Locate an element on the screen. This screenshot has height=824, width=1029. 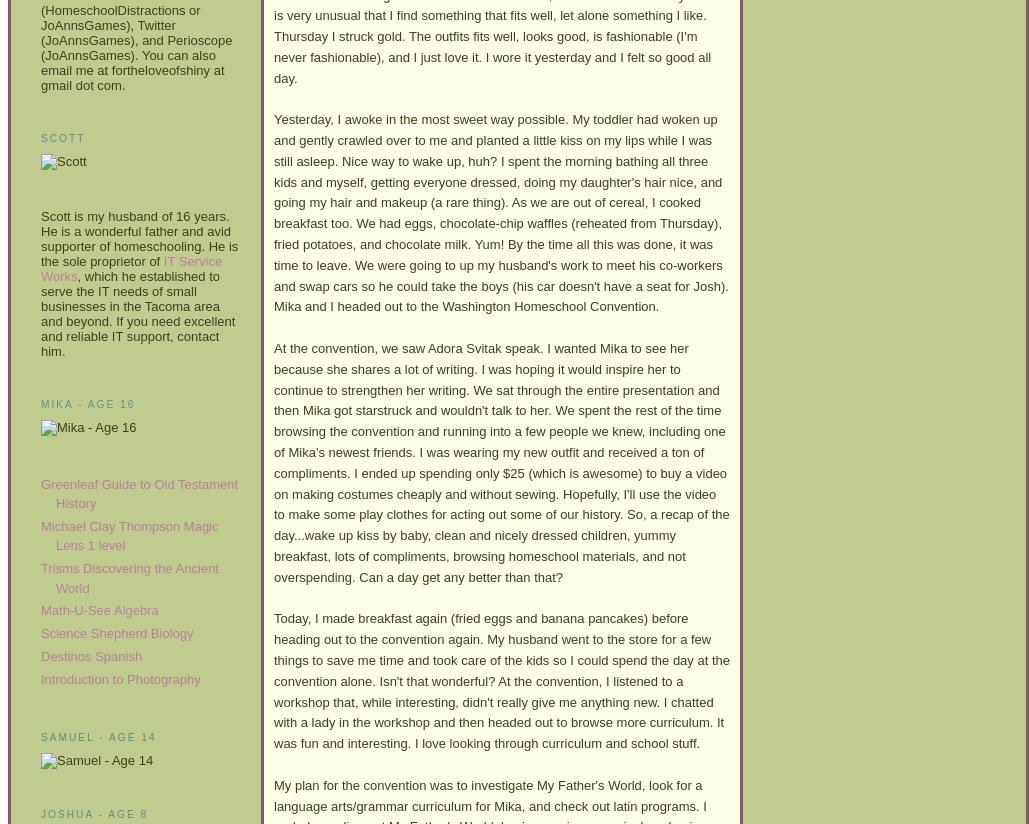
'IT Service Works' is located at coordinates (130, 267).